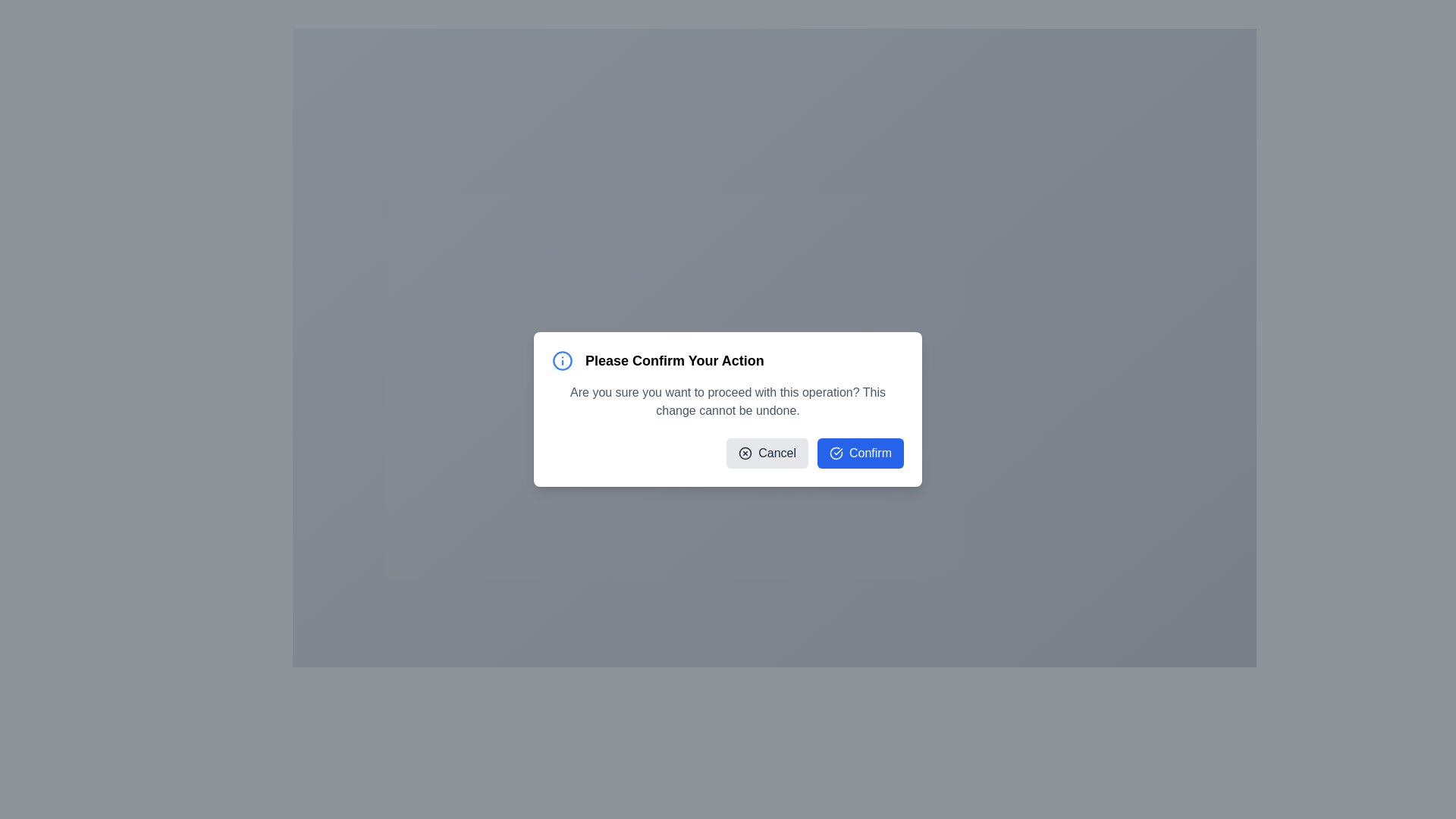 The width and height of the screenshot is (1456, 819). I want to click on the modal's title text label, which is centrally positioned in the modal's header section and located to the right of the information icon, so click(673, 360).